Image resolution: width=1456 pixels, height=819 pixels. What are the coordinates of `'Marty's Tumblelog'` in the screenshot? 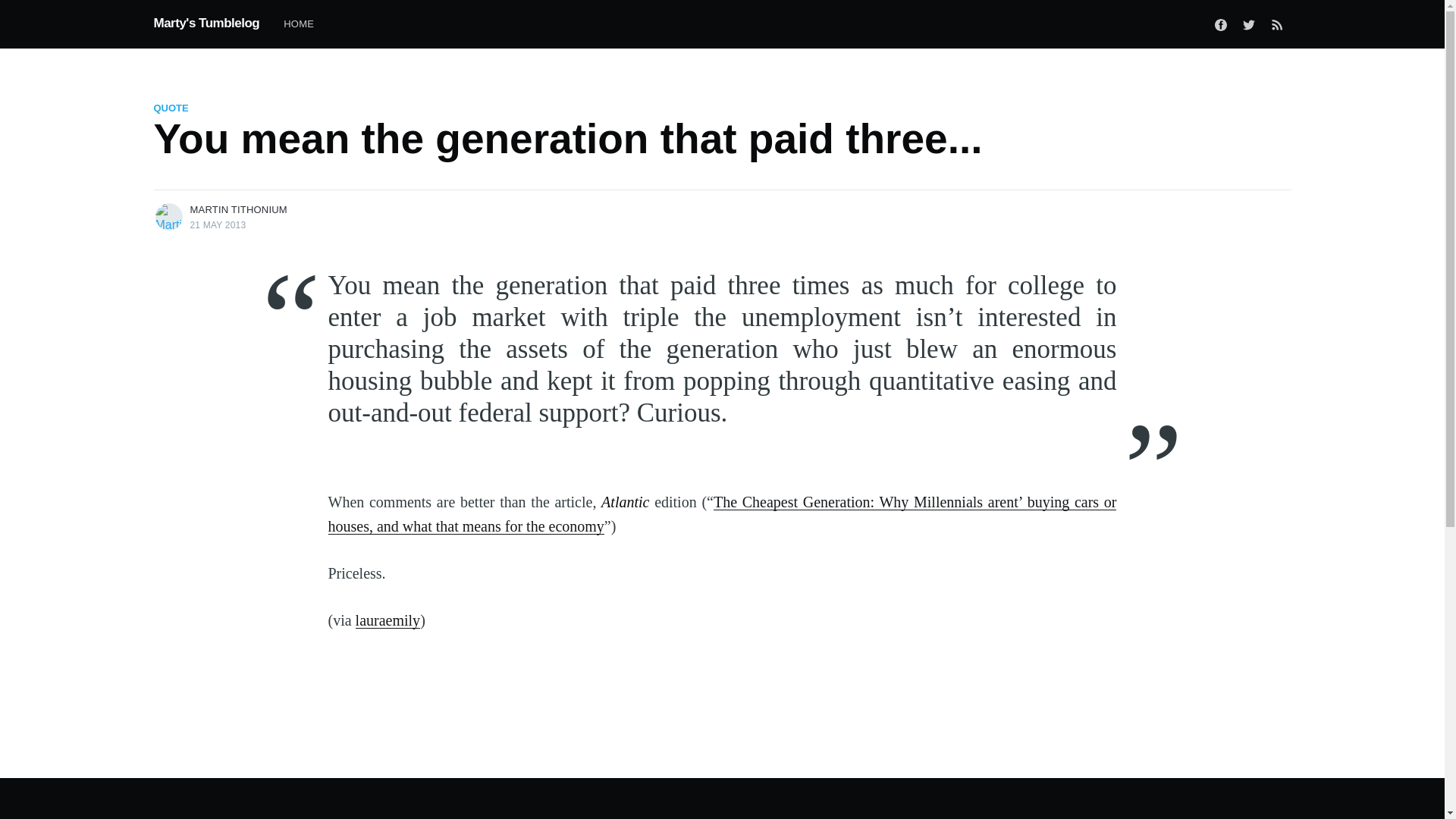 It's located at (206, 23).